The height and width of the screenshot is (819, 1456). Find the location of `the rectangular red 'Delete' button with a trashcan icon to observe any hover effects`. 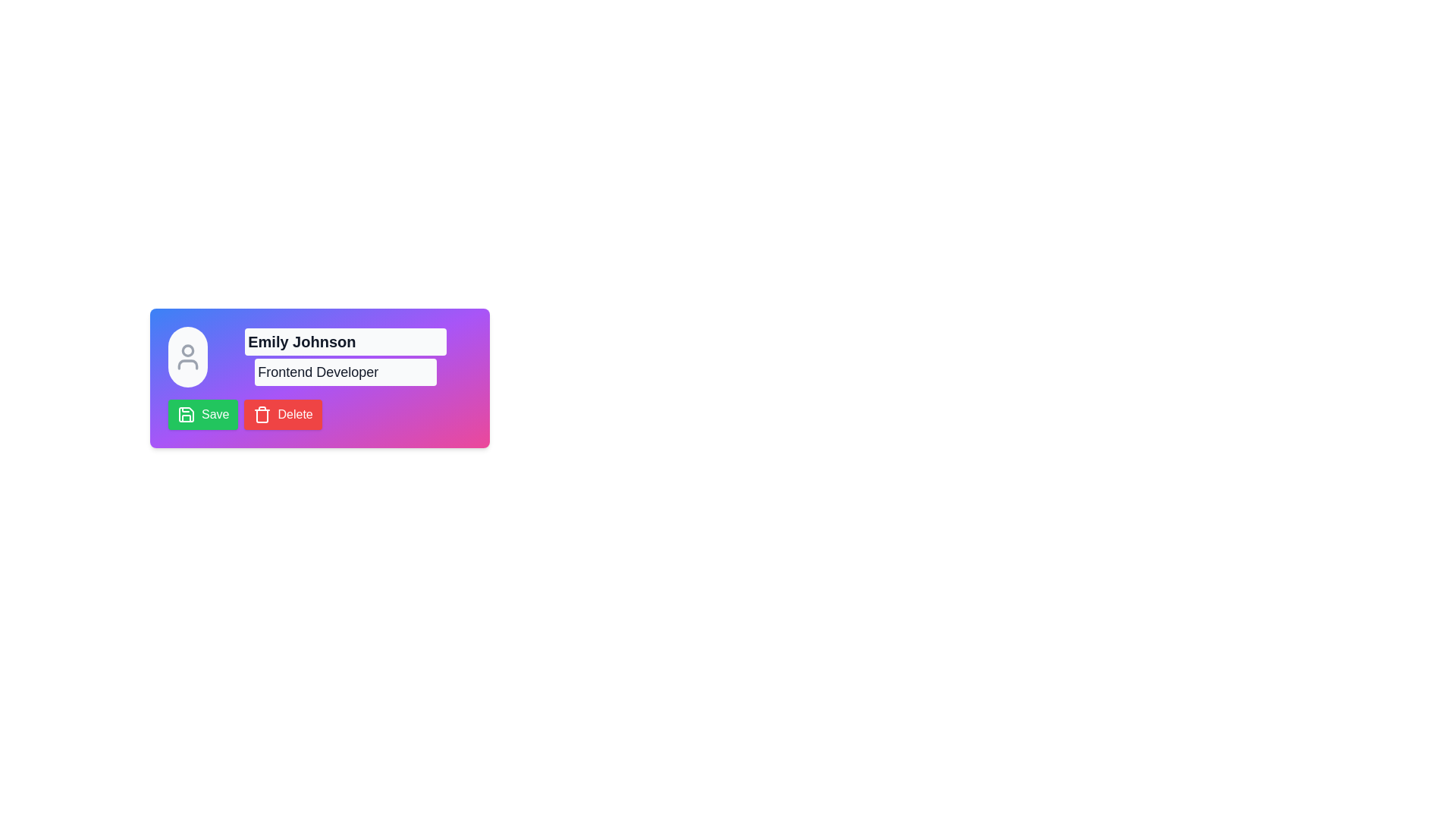

the rectangular red 'Delete' button with a trashcan icon to observe any hover effects is located at coordinates (283, 415).